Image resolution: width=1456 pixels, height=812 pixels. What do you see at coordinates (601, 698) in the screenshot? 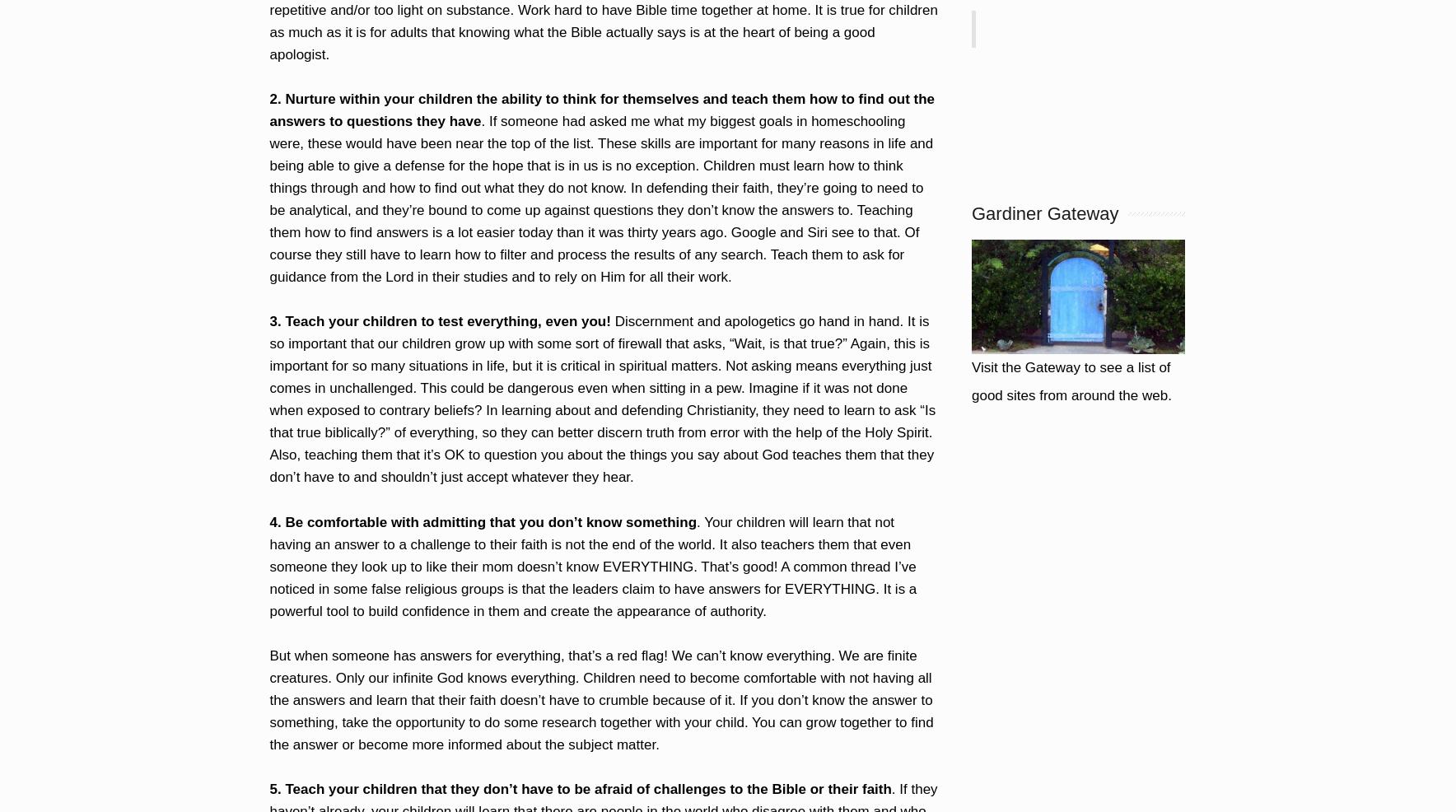
I see `'But when someone has answers for everything, that’s a red flag! We can’t know everything. We are finite creatures. Only our infinite God knows everything. Children need to become comfortable with not having all the answers and learn that their faith doesn’t have to crumble because of it. If you don’t know the answer to something, take the opportunity to do some research together with your child. You can grow together to find the answer or become more informed about the subject matter.'` at bounding box center [601, 698].